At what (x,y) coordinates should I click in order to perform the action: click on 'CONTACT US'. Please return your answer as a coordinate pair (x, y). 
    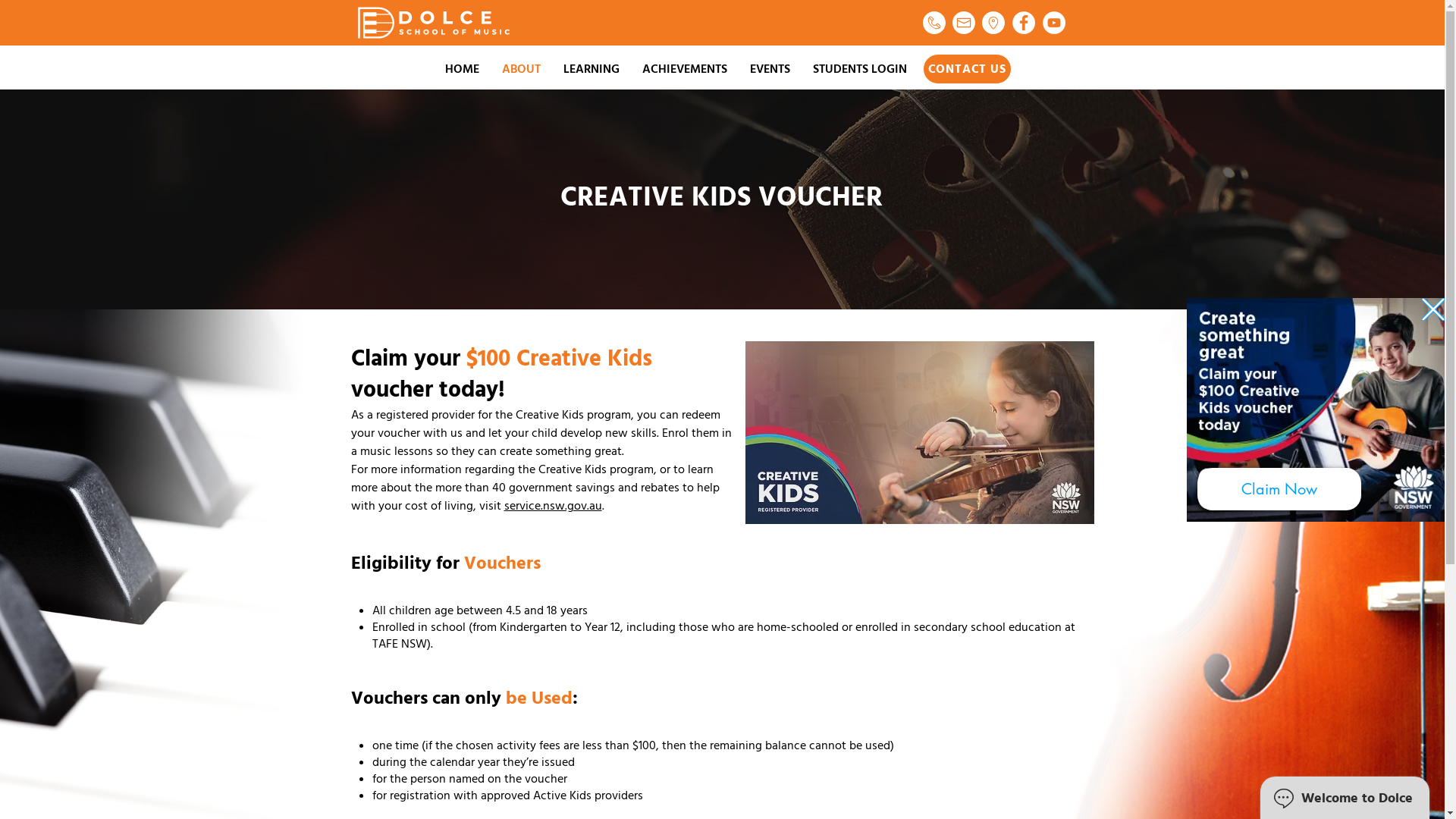
    Looking at the image, I should click on (921, 69).